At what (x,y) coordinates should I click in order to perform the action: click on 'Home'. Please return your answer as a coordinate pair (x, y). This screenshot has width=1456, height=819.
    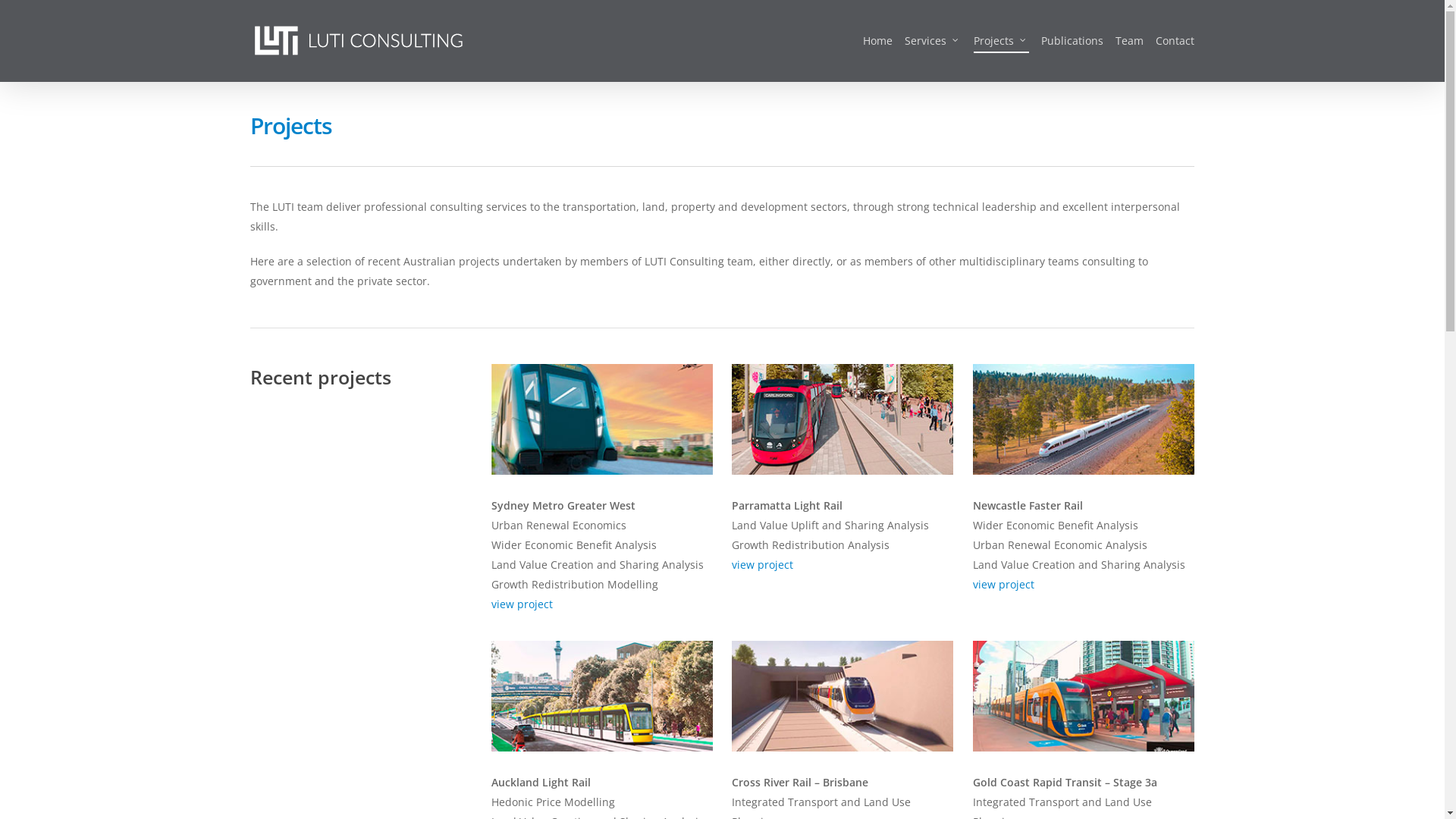
    Looking at the image, I should click on (877, 40).